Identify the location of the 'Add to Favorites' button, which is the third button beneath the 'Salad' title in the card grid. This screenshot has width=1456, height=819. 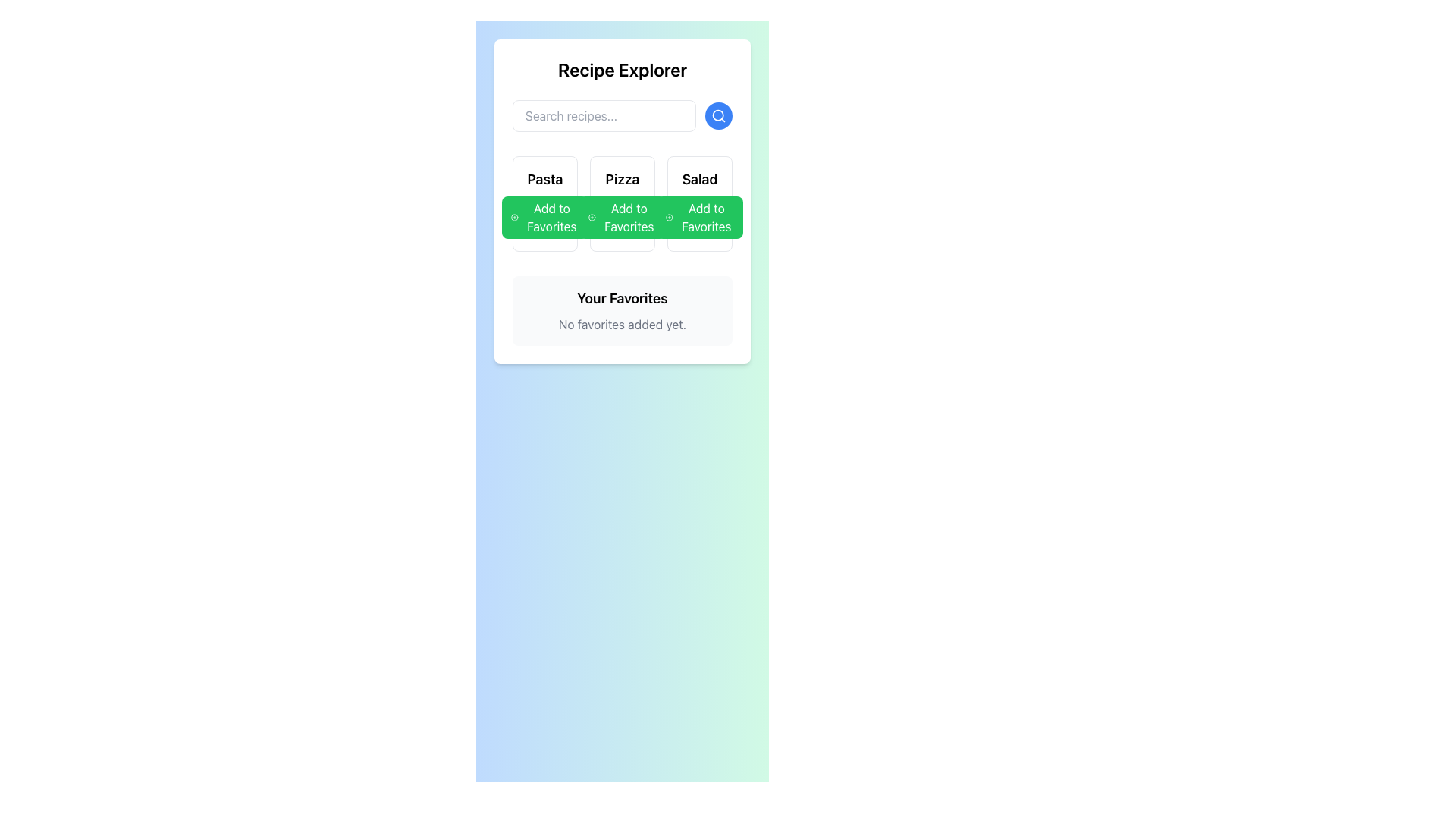
(698, 203).